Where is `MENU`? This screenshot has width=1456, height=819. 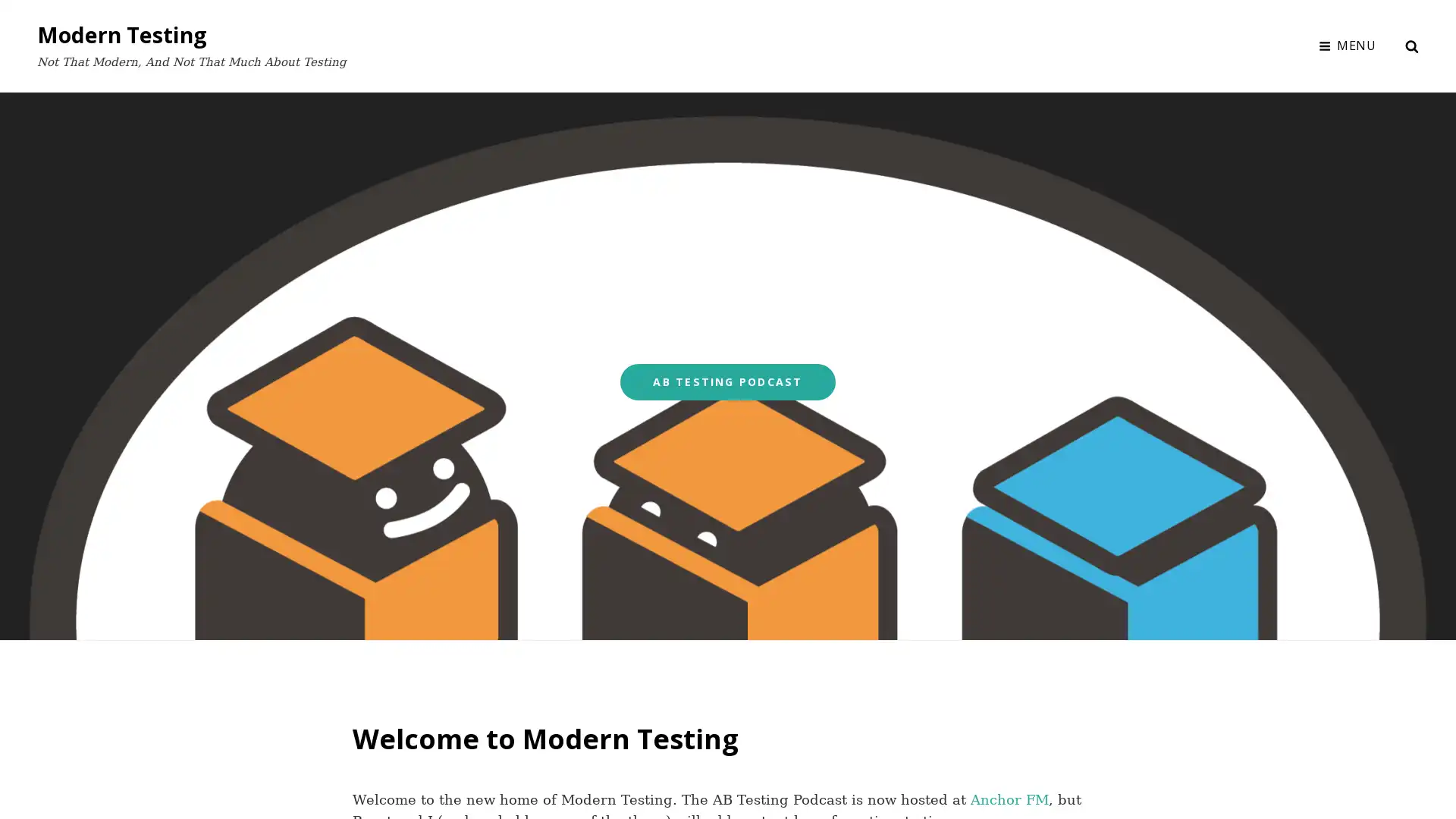
MENU is located at coordinates (1347, 45).